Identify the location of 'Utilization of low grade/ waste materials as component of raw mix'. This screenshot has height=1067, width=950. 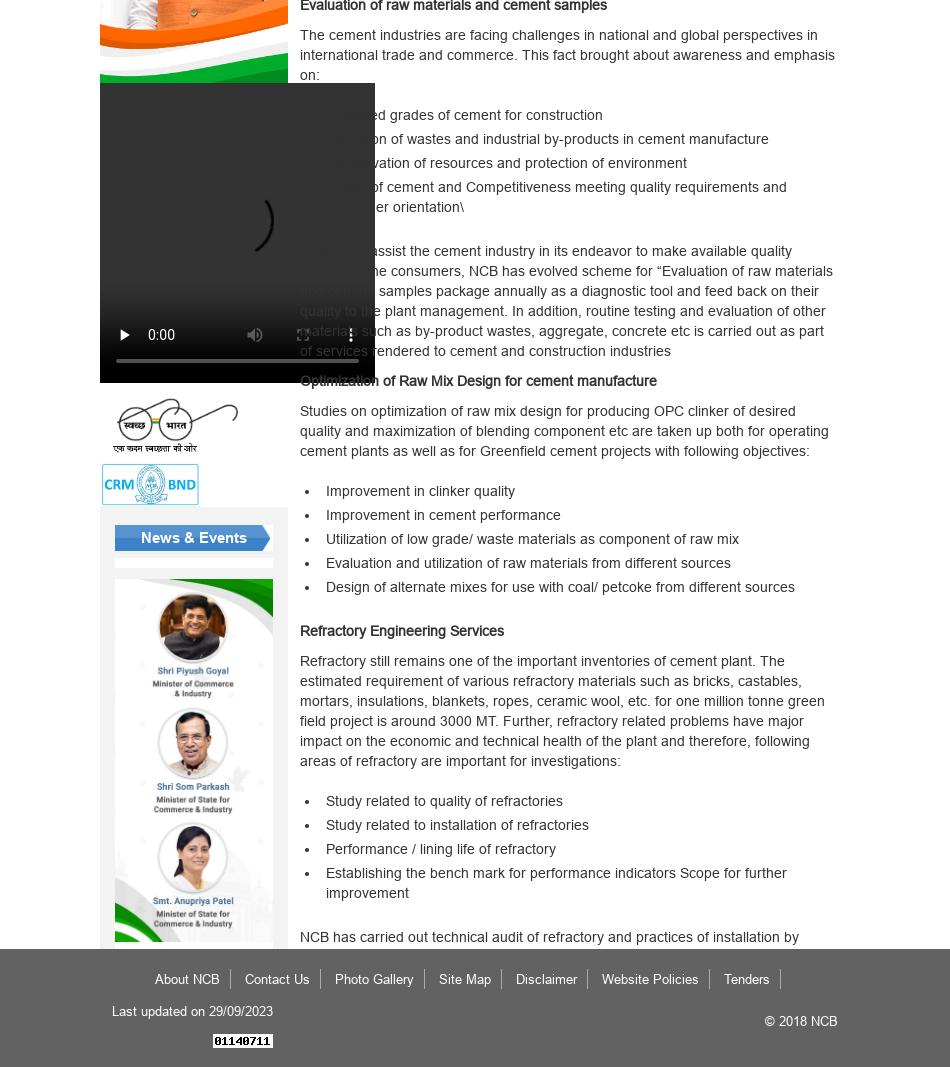
(531, 537).